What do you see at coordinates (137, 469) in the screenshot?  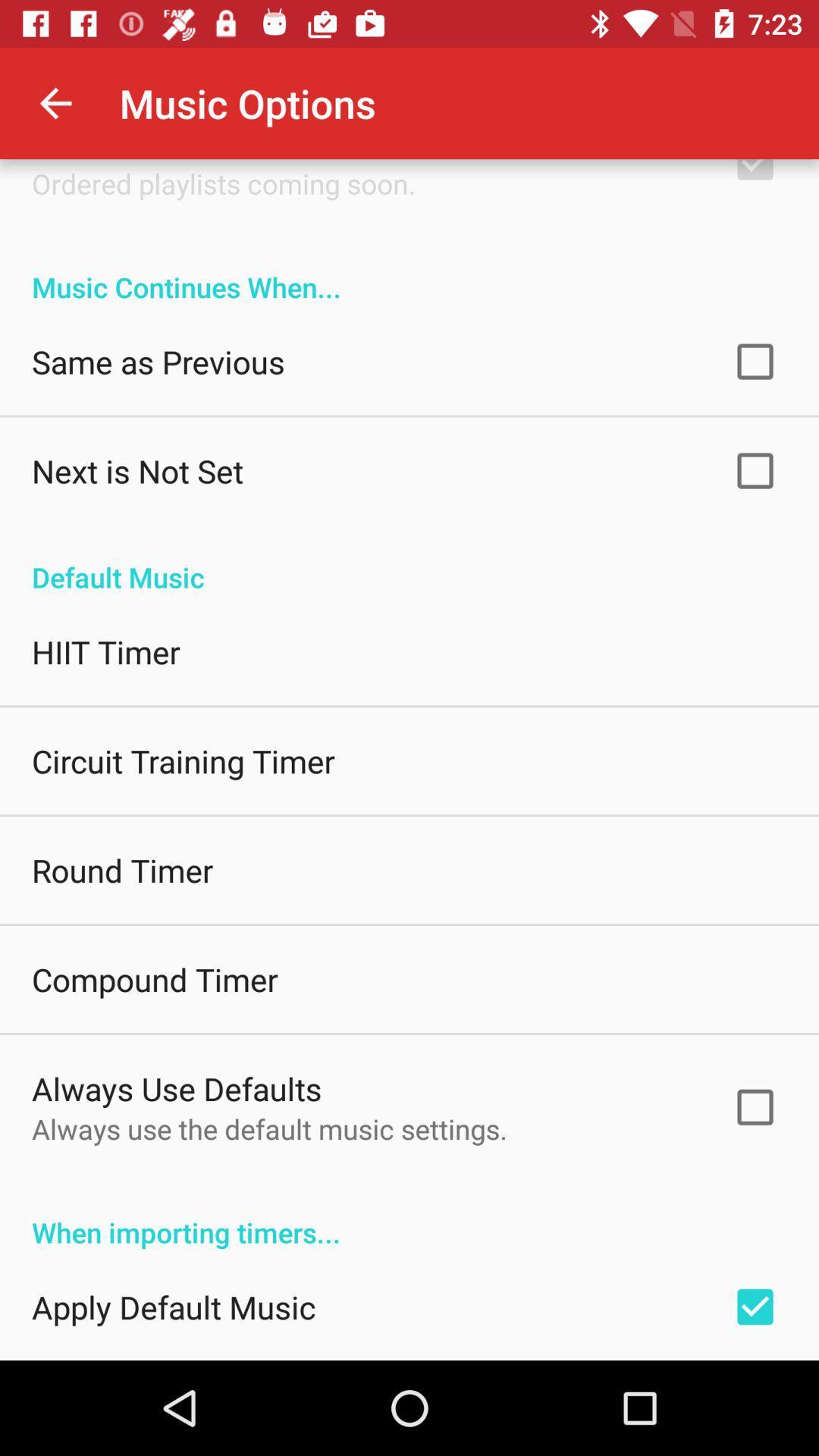 I see `icon below the same as previous item` at bounding box center [137, 469].